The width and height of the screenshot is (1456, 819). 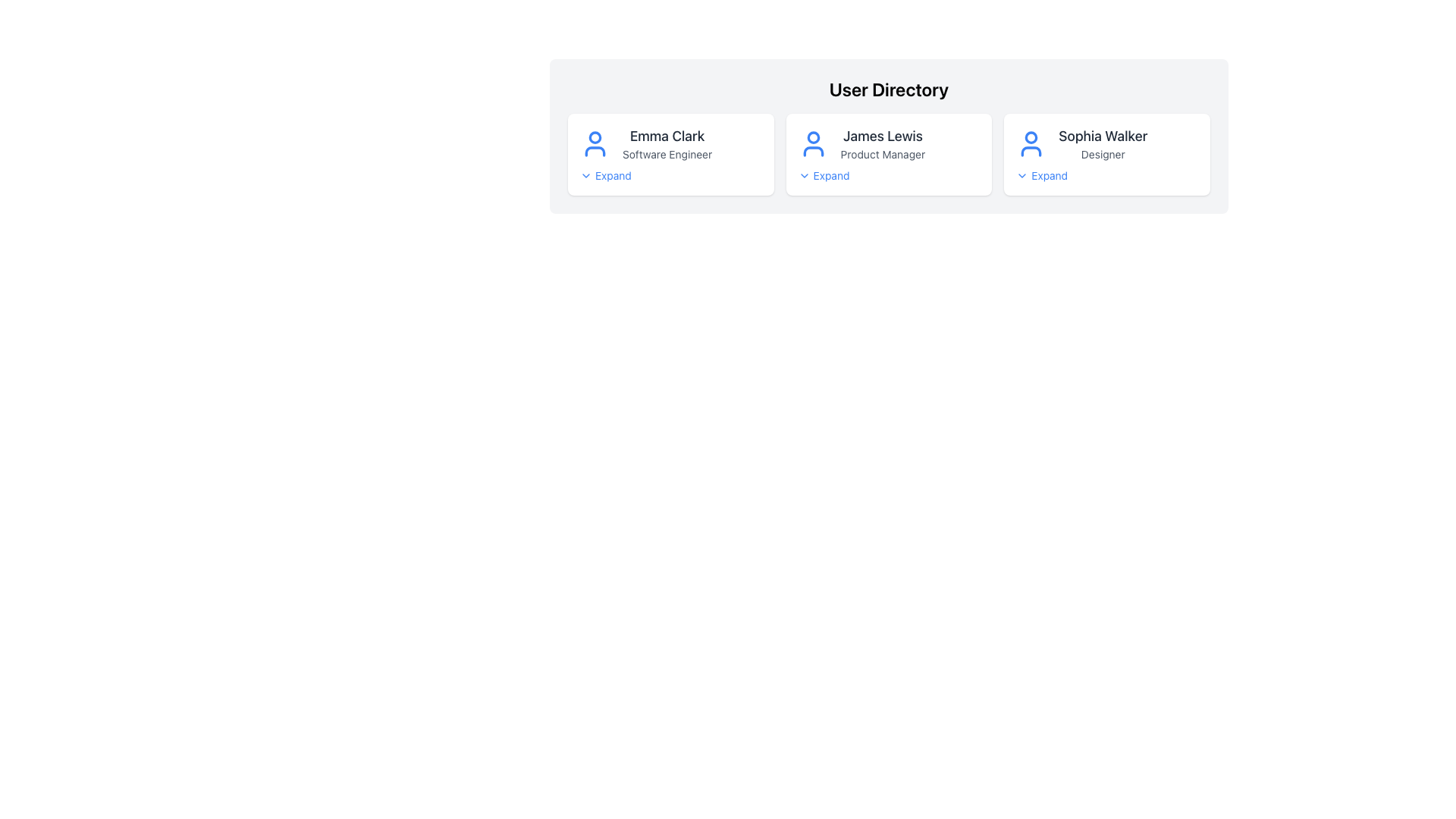 What do you see at coordinates (889, 143) in the screenshot?
I see `the Information Display Card featuring the profile icon and the name 'James Lewis', which is the middle element in the User Directory` at bounding box center [889, 143].